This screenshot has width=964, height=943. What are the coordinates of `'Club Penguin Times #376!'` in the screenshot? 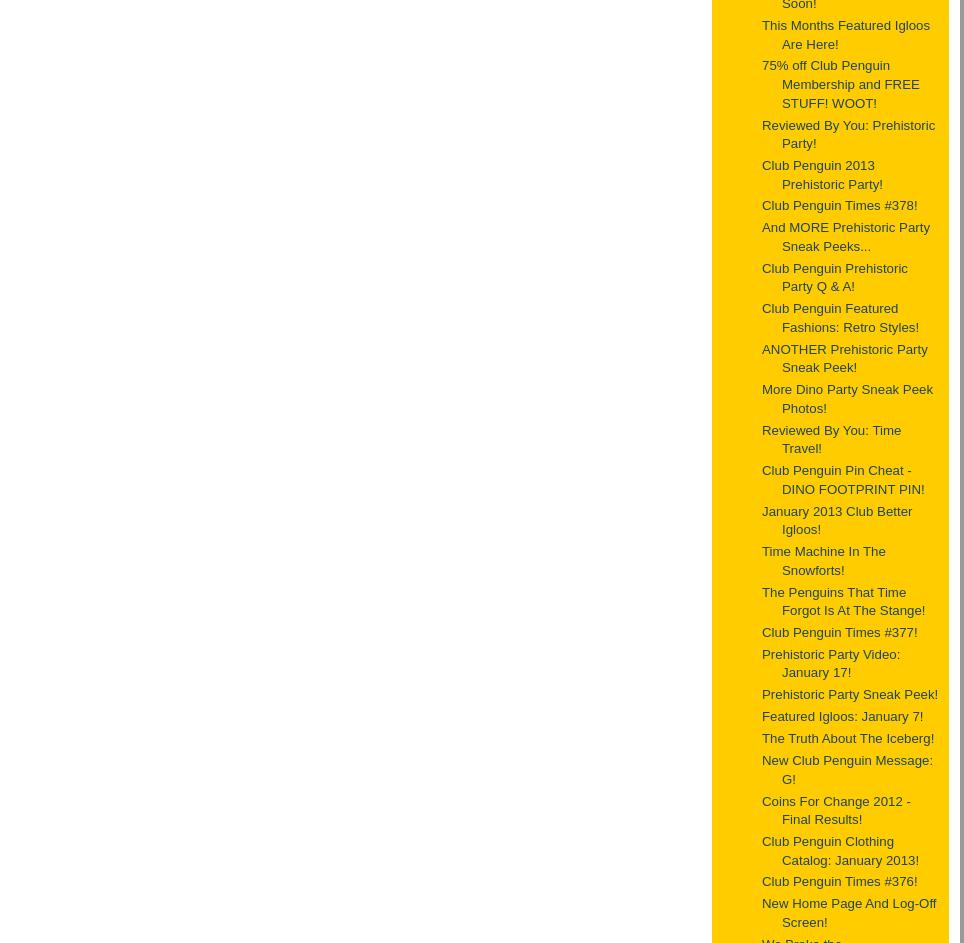 It's located at (838, 881).